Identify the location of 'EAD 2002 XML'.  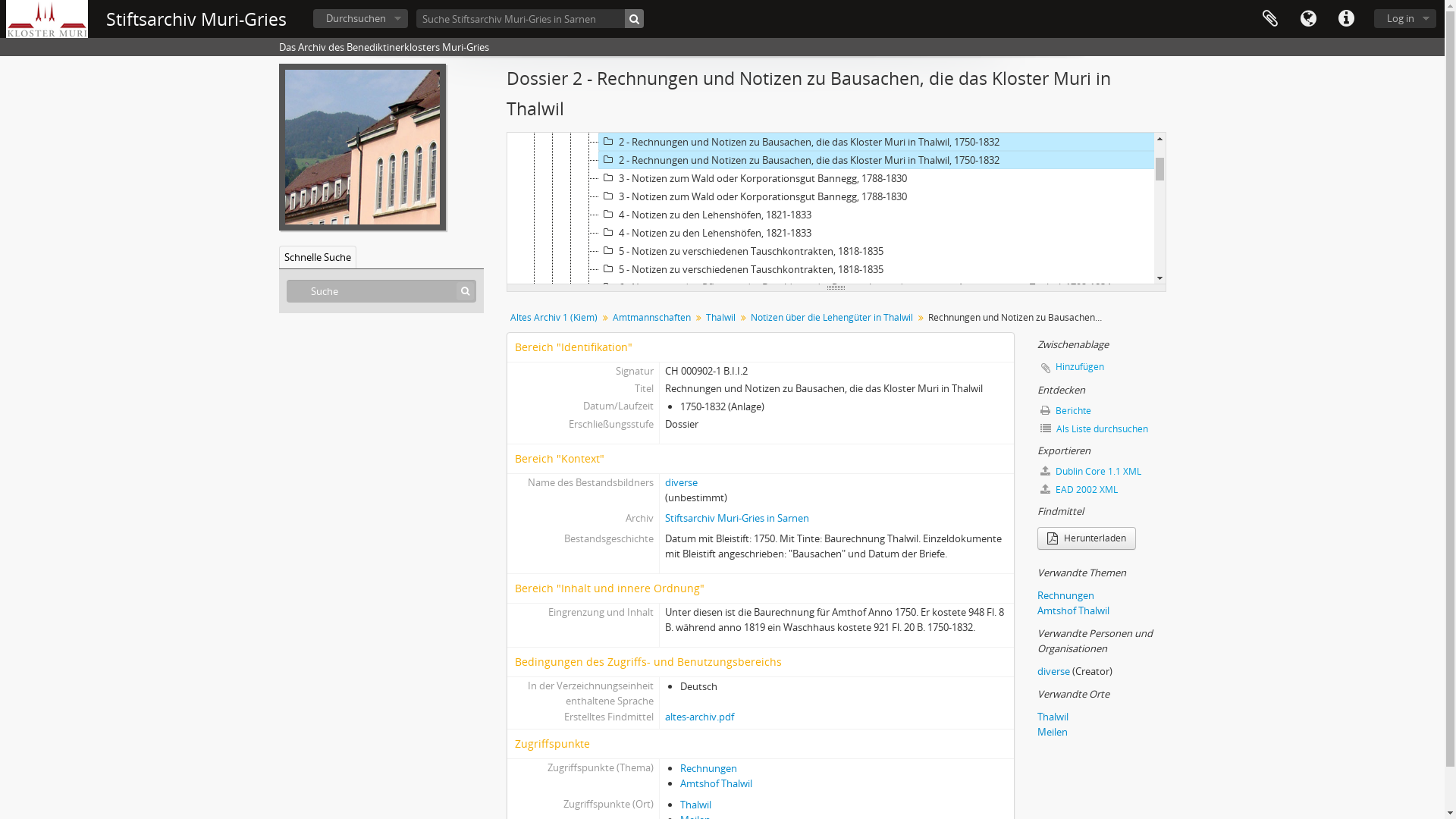
(1037, 489).